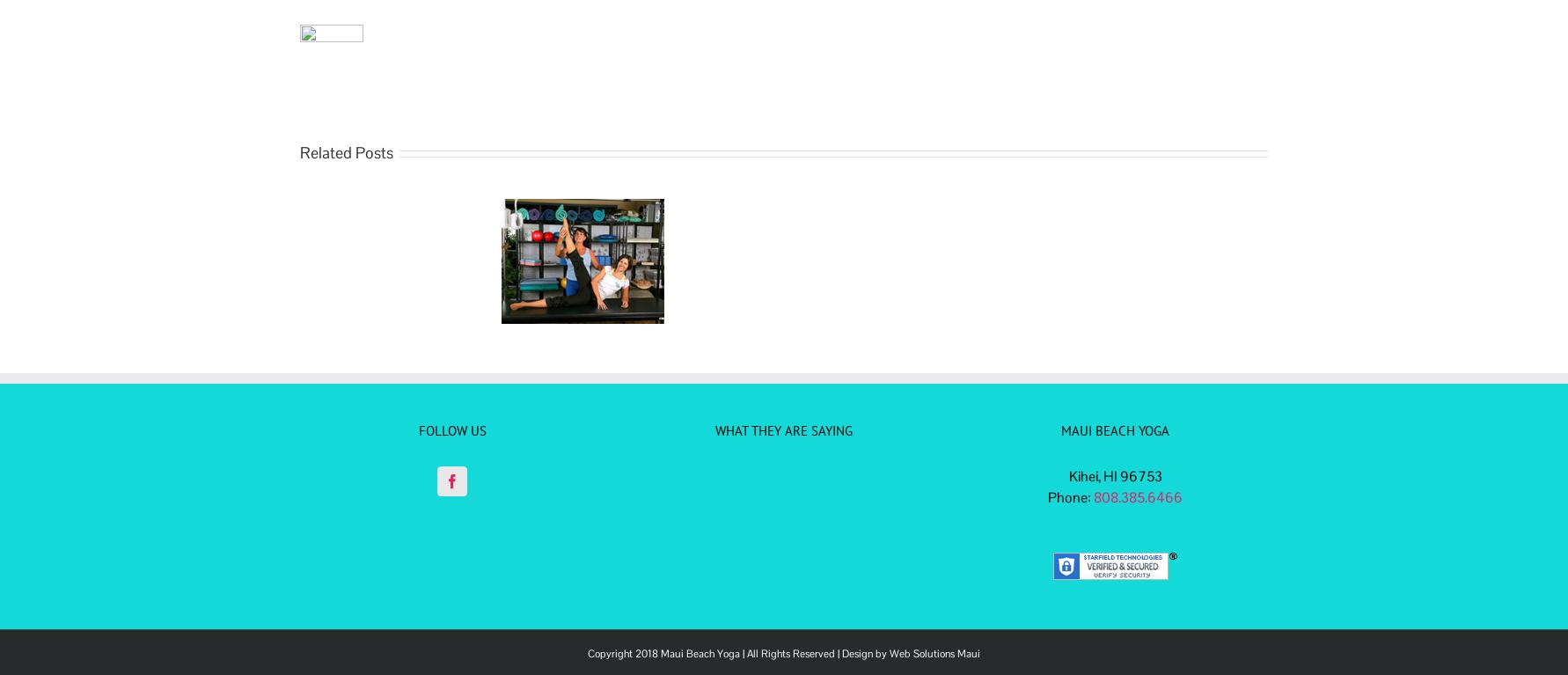 This screenshot has width=1568, height=675. What do you see at coordinates (419, 279) in the screenshot?
I see `'Movement for Weight Loss'` at bounding box center [419, 279].